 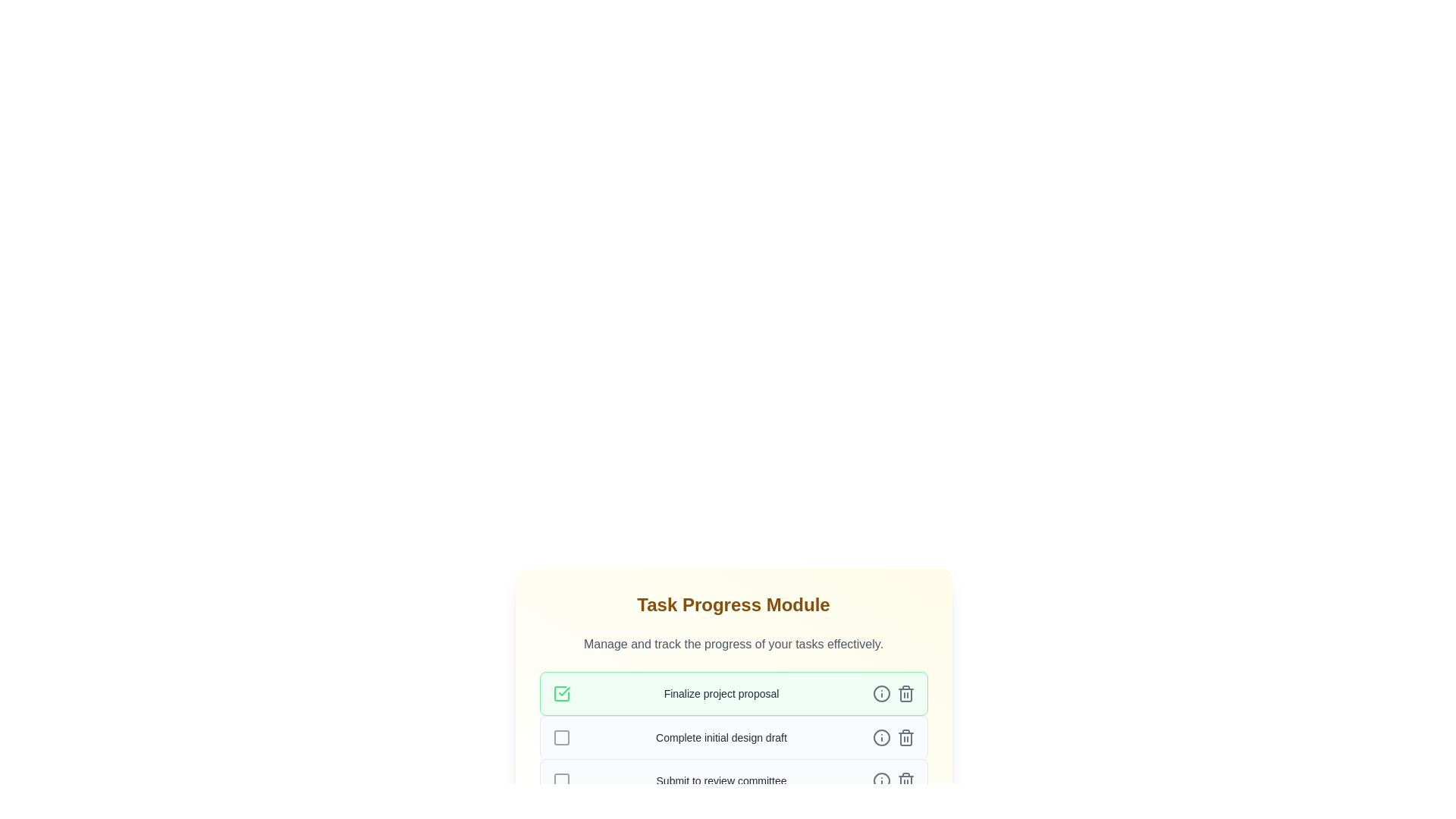 What do you see at coordinates (881, 736) in the screenshot?
I see `the circular information icon with a dark gray outline` at bounding box center [881, 736].